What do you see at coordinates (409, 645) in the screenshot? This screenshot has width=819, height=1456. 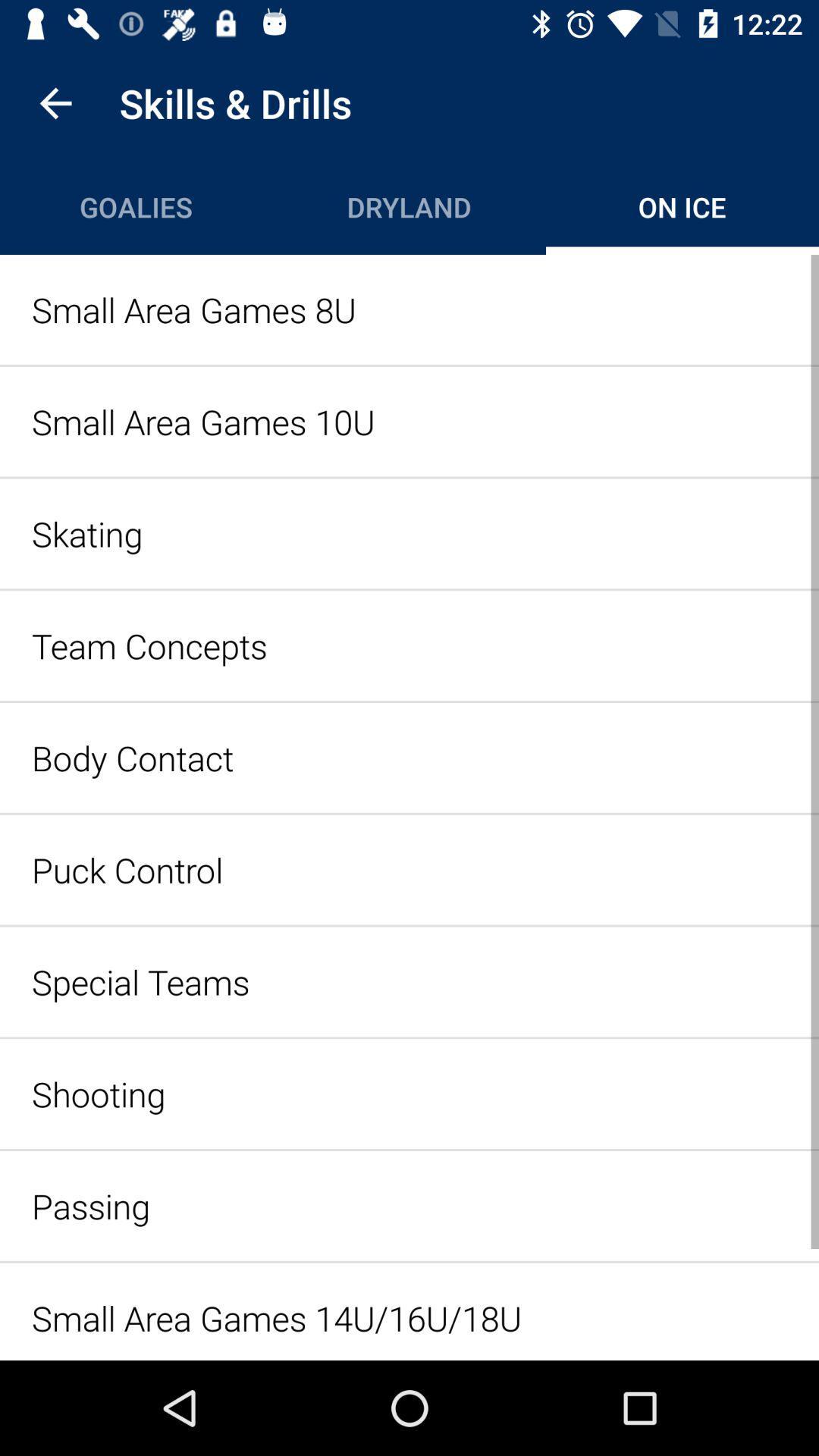 I see `the item below the skating icon` at bounding box center [409, 645].